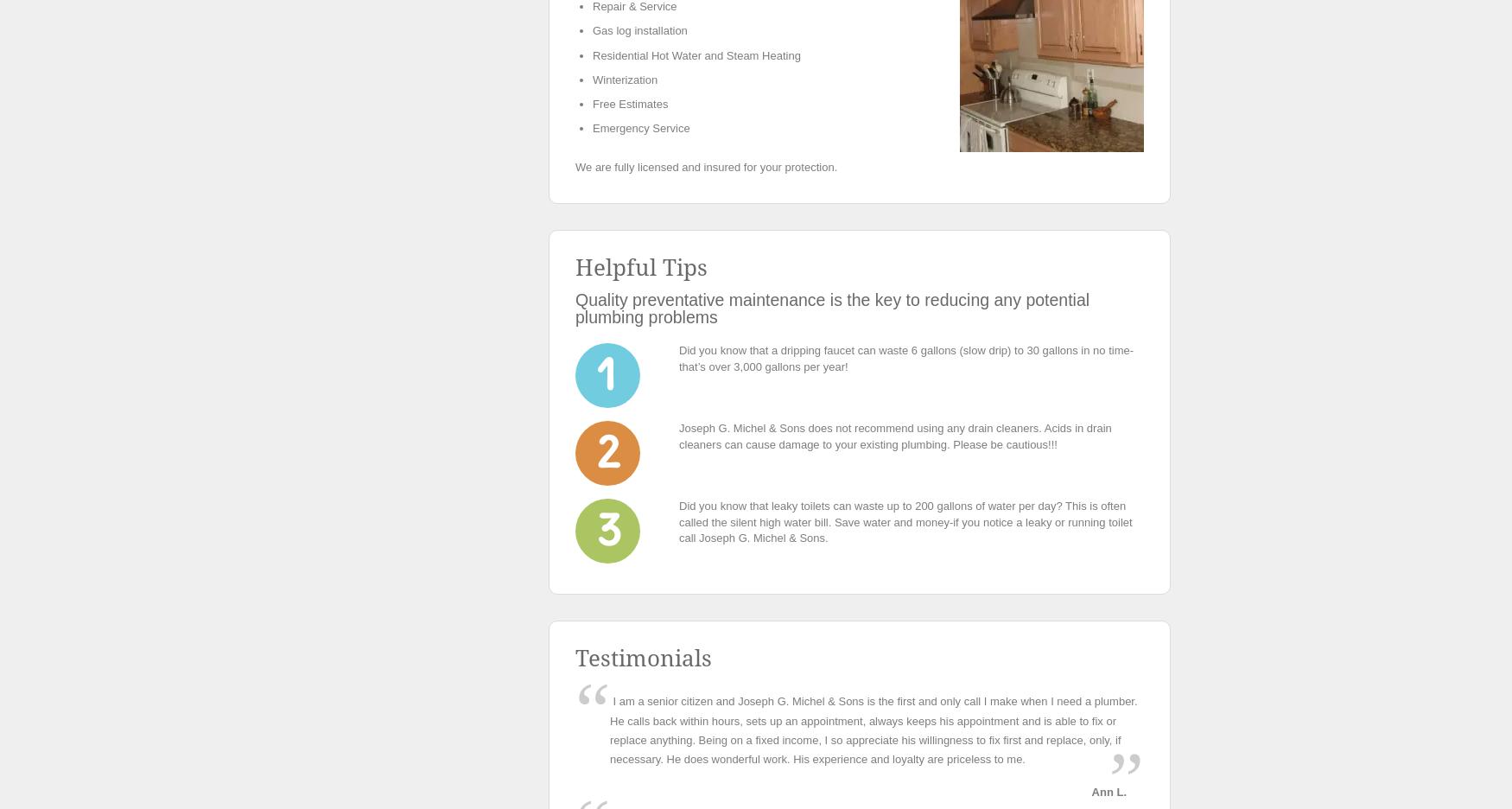 Image resolution: width=1512 pixels, height=809 pixels. What do you see at coordinates (592, 78) in the screenshot?
I see `'Winterization'` at bounding box center [592, 78].